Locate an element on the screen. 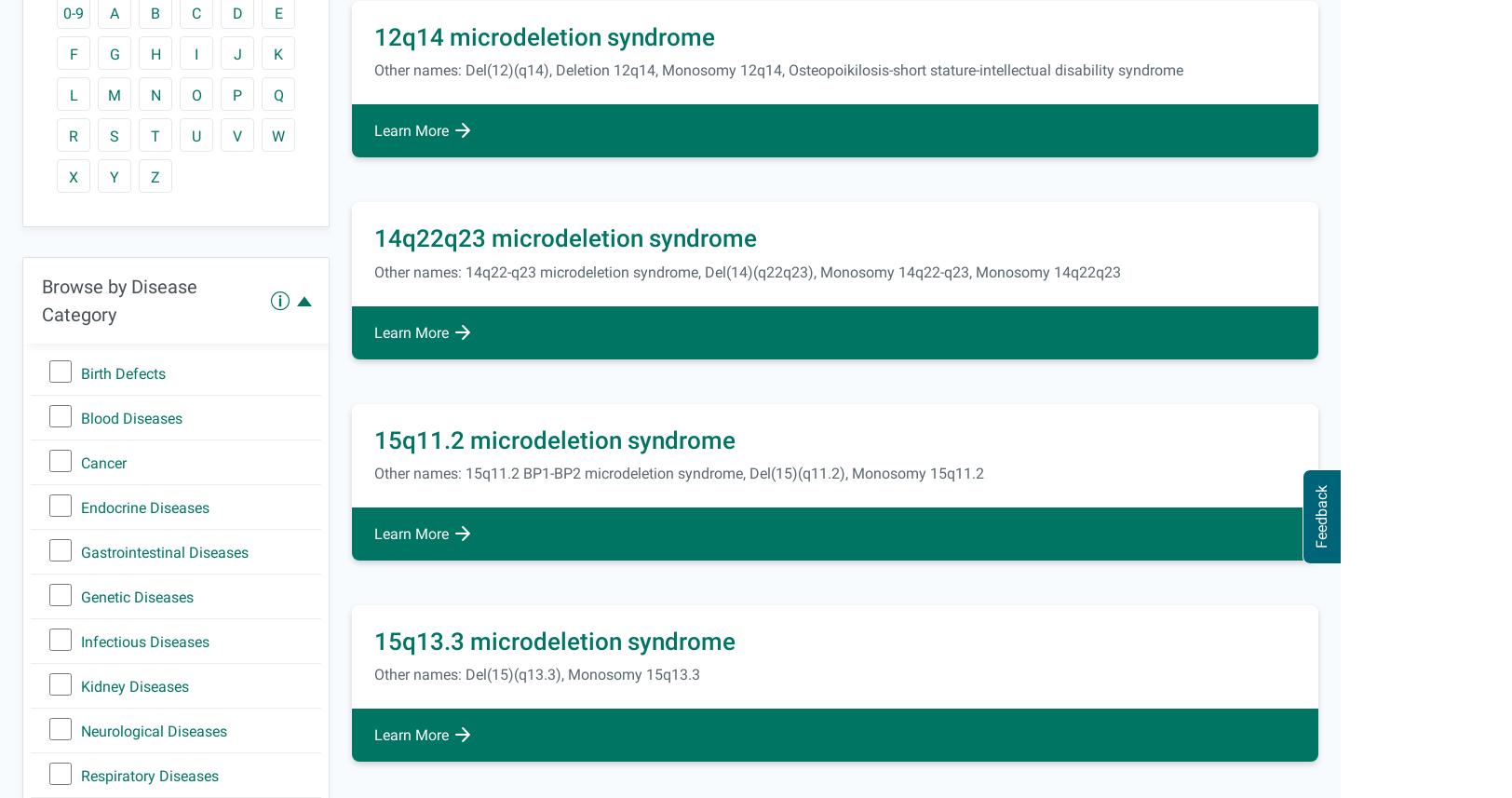  'V' is located at coordinates (236, 135).